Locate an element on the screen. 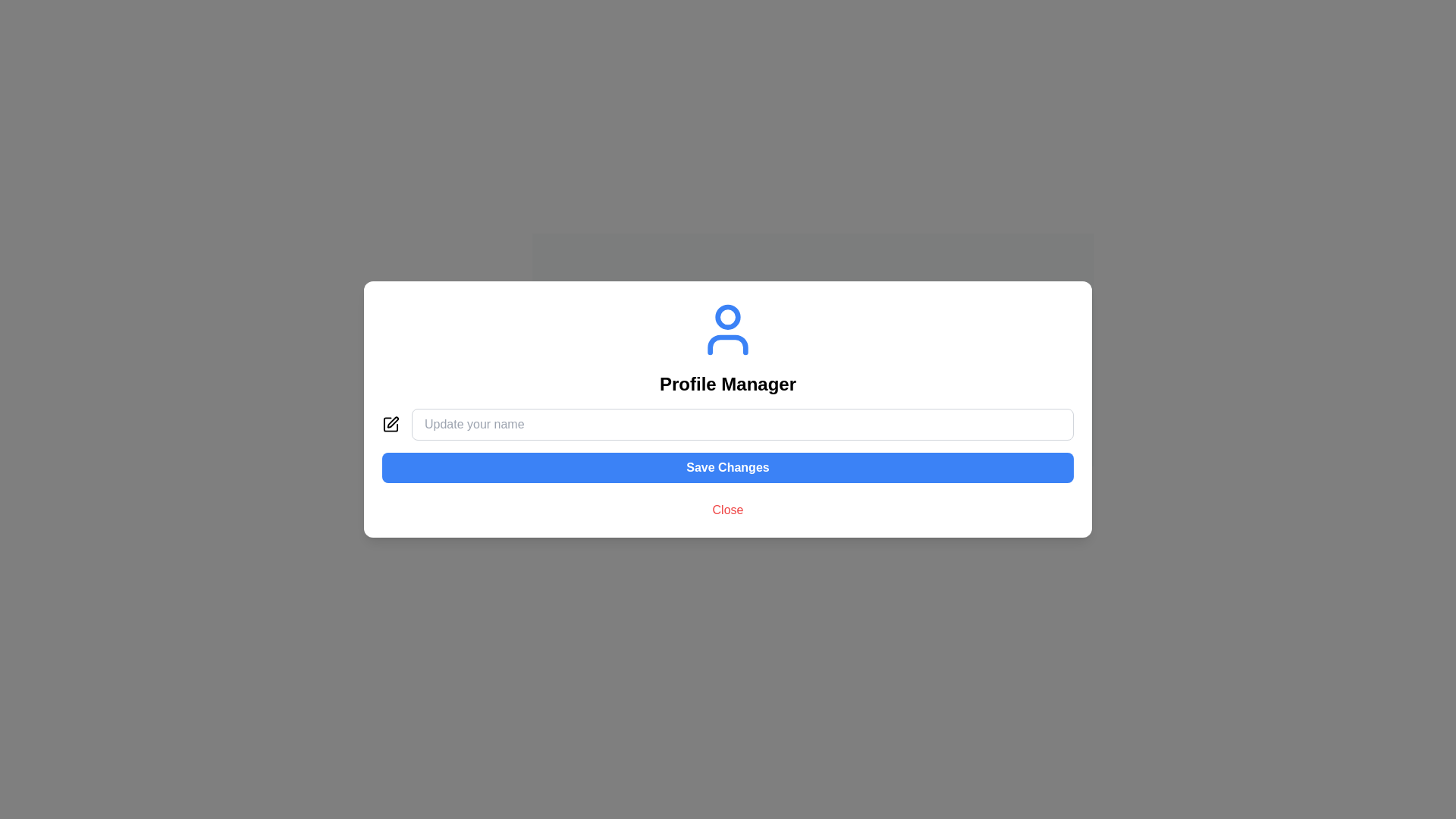 This screenshot has height=819, width=1456. the Label or Heading that provides context for user profile management, positioned between the user icon and the input field labeled 'Update your name' is located at coordinates (728, 383).